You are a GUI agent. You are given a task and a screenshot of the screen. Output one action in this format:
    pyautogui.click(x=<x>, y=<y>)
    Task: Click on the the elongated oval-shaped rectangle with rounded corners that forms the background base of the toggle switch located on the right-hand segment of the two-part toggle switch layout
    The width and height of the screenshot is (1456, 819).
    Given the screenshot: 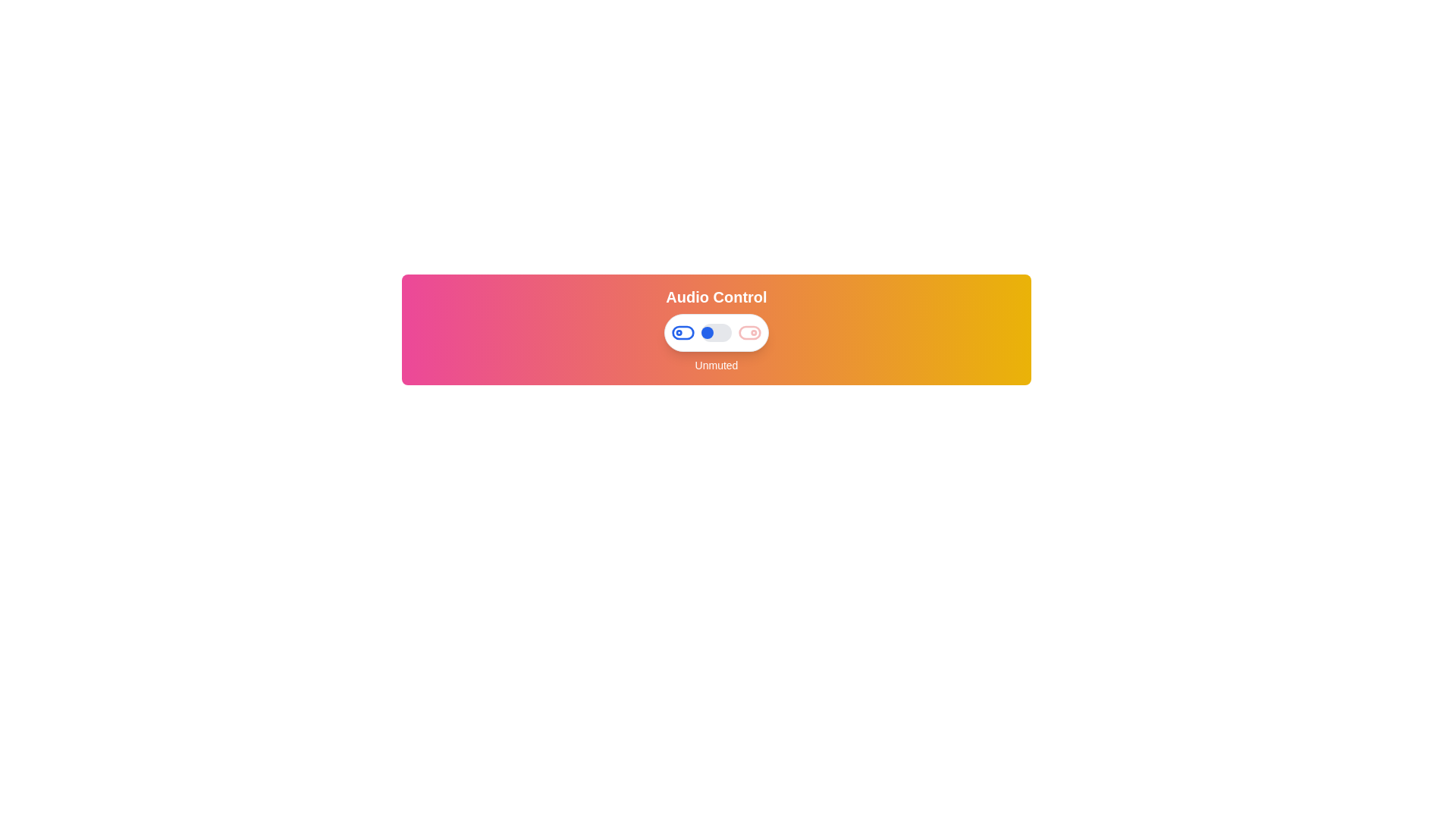 What is the action you would take?
    pyautogui.click(x=749, y=332)
    